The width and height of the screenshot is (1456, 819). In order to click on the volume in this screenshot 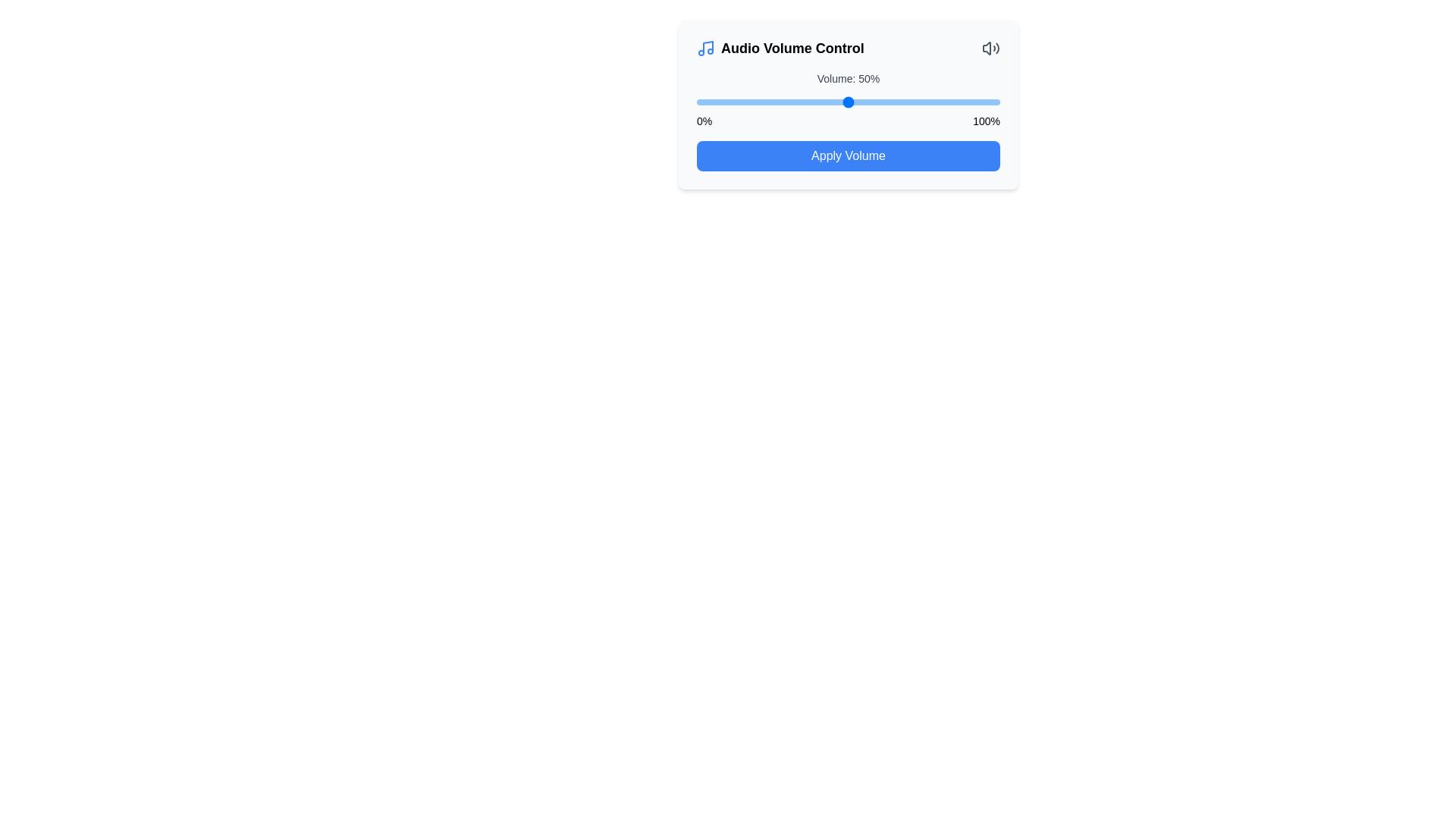, I will do `click(852, 102)`.